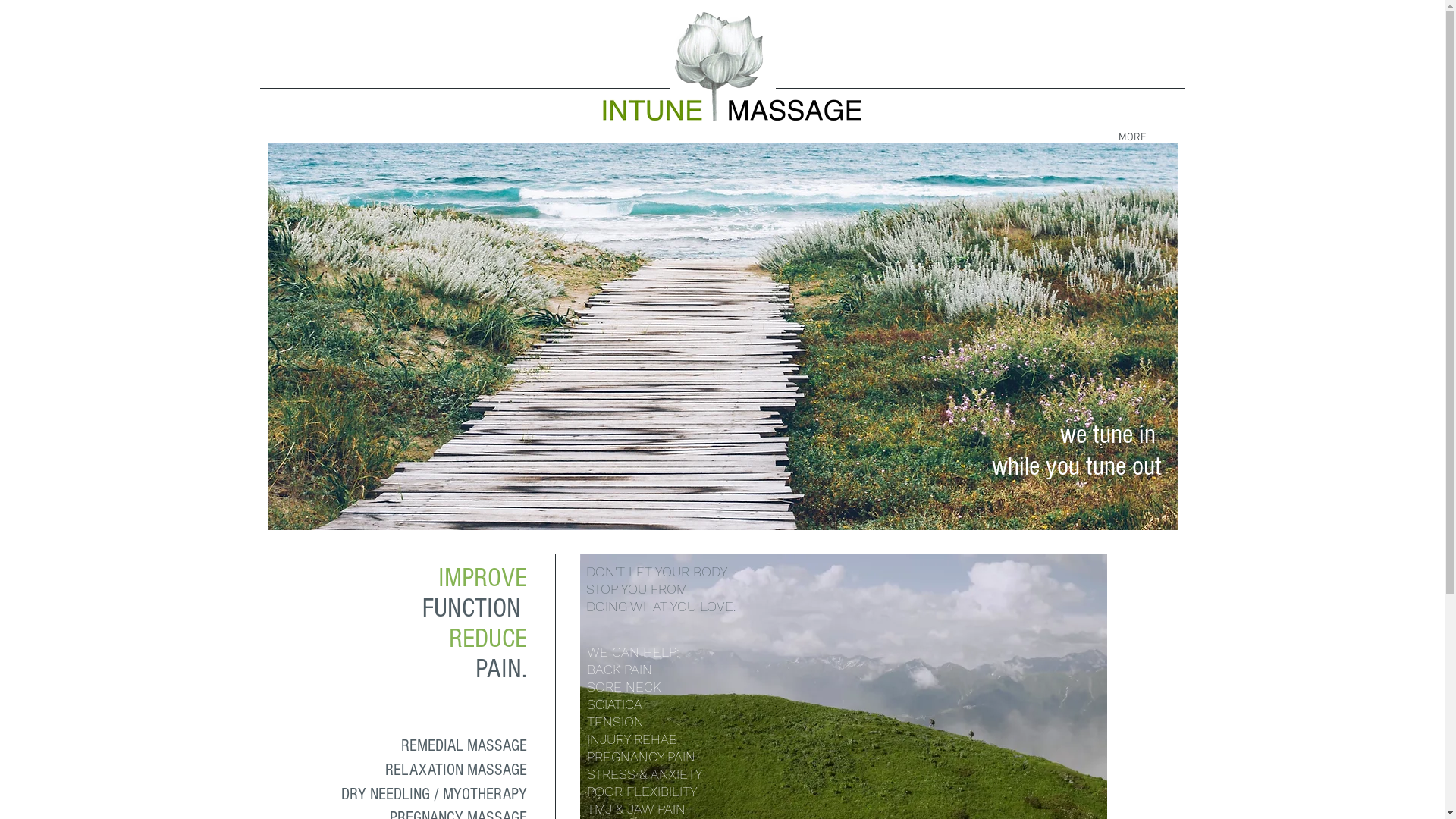 The image size is (1456, 819). I want to click on 'POOR FLEXIBILITY', so click(642, 790).